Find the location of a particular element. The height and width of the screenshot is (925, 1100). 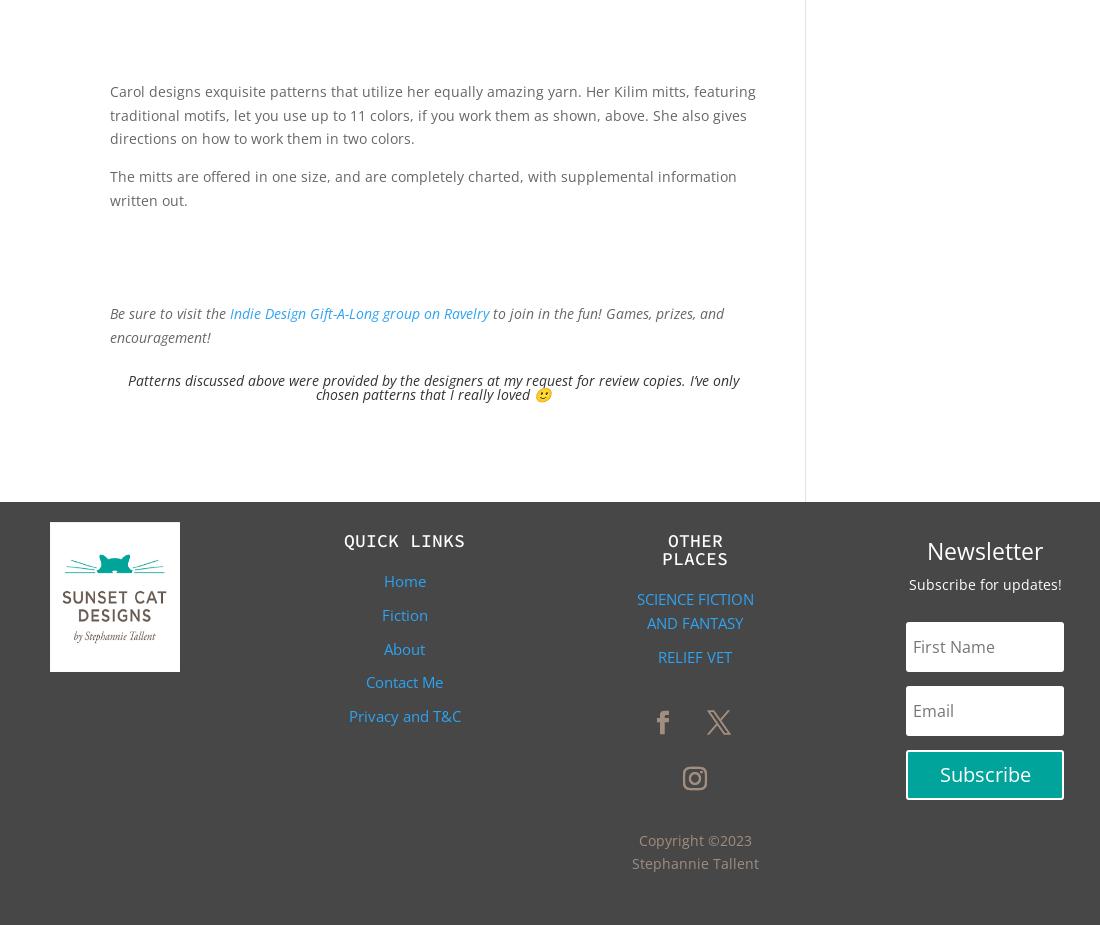

'Science Fiction and Fantasy' is located at coordinates (693, 610).